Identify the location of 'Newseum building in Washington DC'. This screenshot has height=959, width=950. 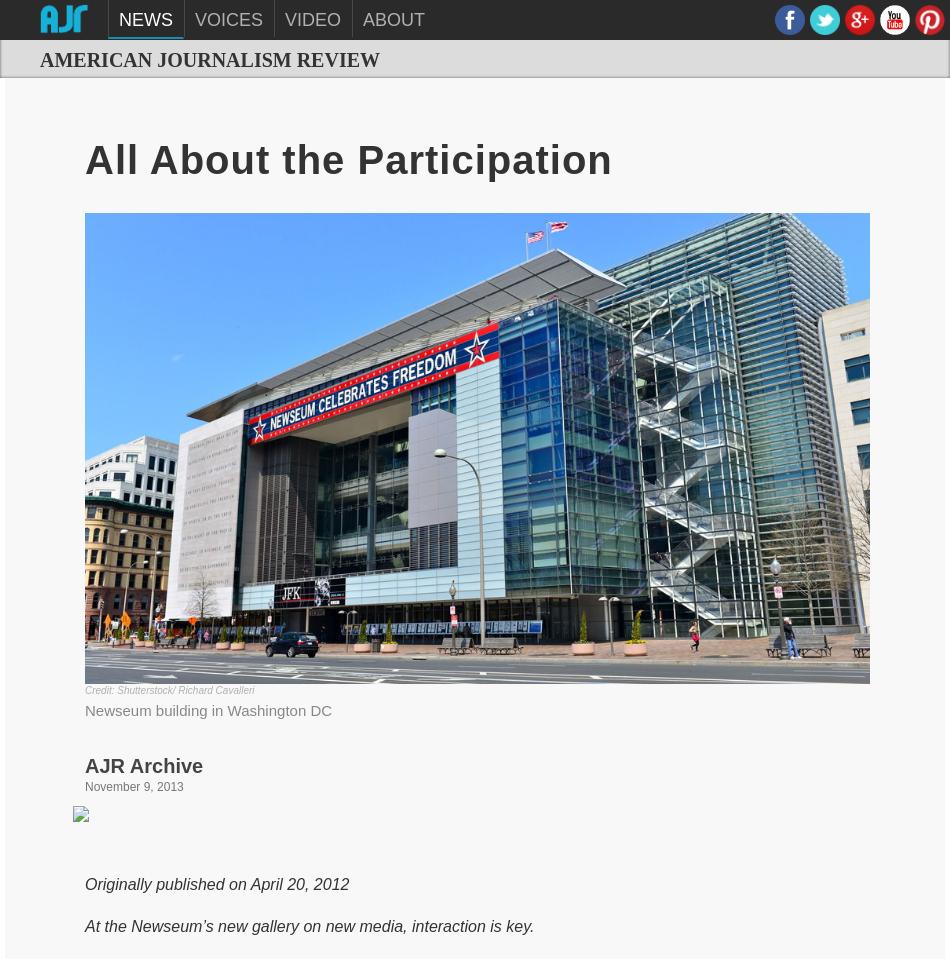
(208, 708).